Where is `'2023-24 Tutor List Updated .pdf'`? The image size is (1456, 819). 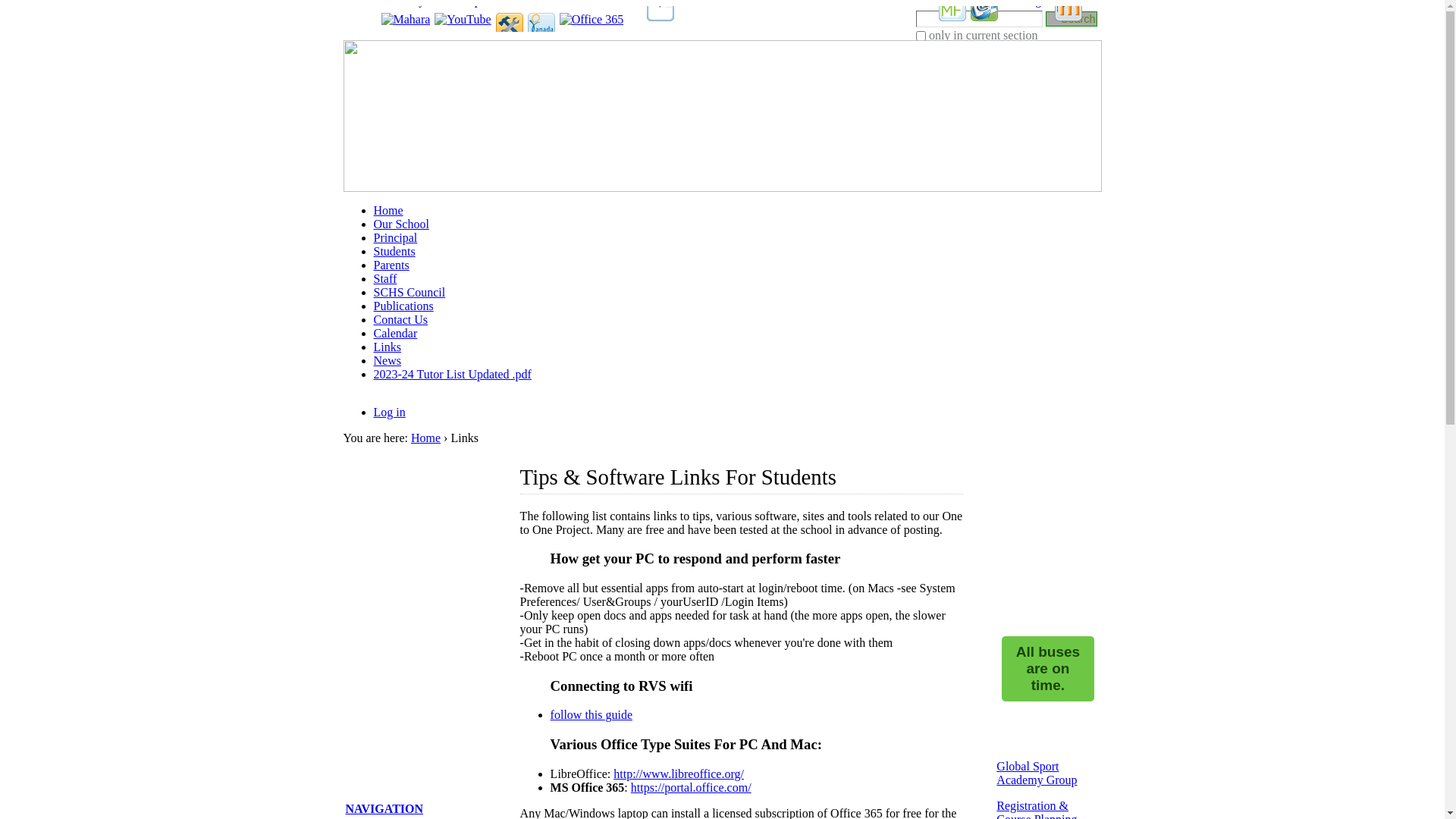
'2023-24 Tutor List Updated .pdf' is located at coordinates (450, 374).